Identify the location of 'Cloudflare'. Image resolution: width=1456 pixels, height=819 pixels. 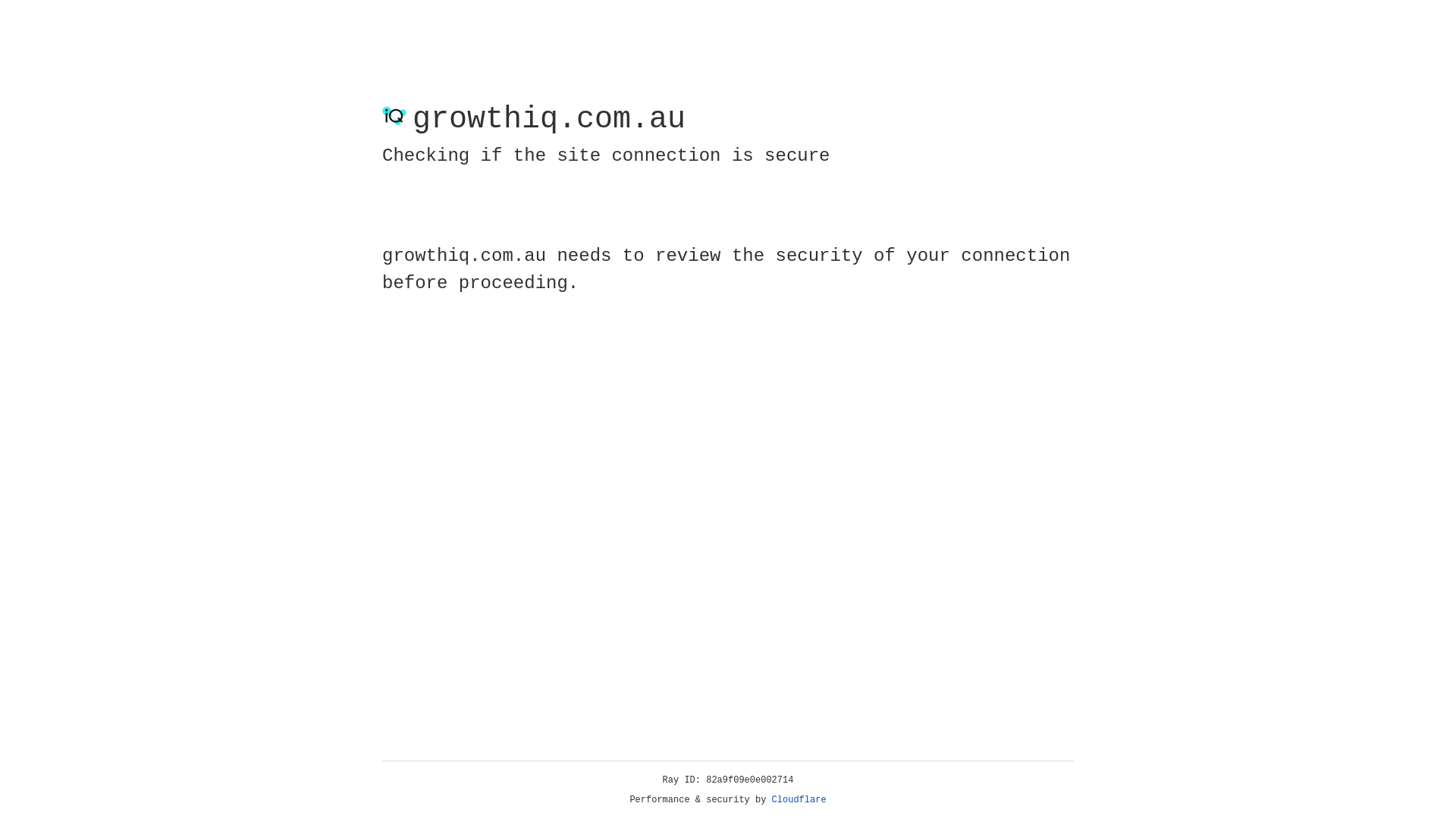
(799, 799).